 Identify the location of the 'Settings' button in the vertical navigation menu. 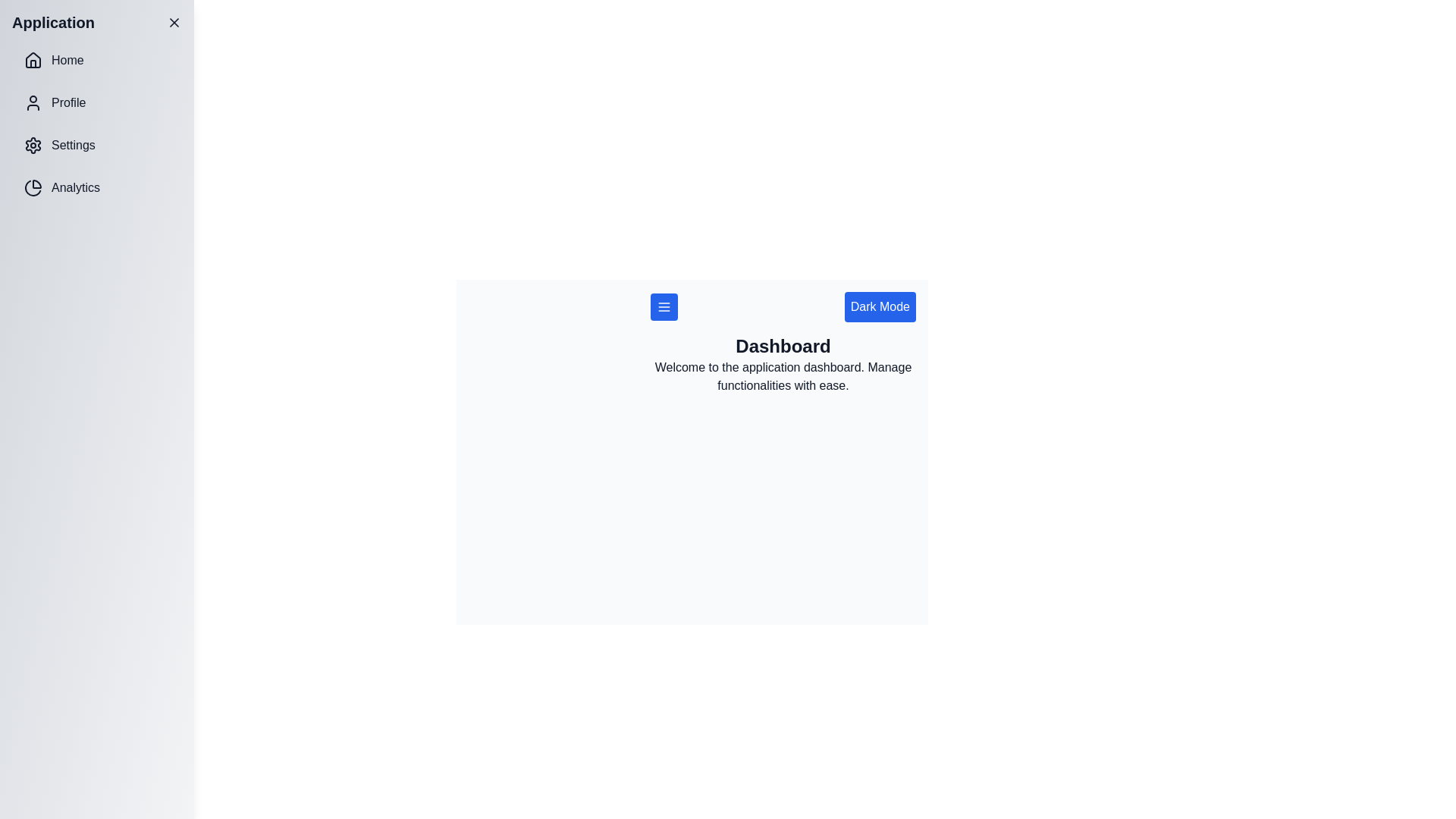
(96, 146).